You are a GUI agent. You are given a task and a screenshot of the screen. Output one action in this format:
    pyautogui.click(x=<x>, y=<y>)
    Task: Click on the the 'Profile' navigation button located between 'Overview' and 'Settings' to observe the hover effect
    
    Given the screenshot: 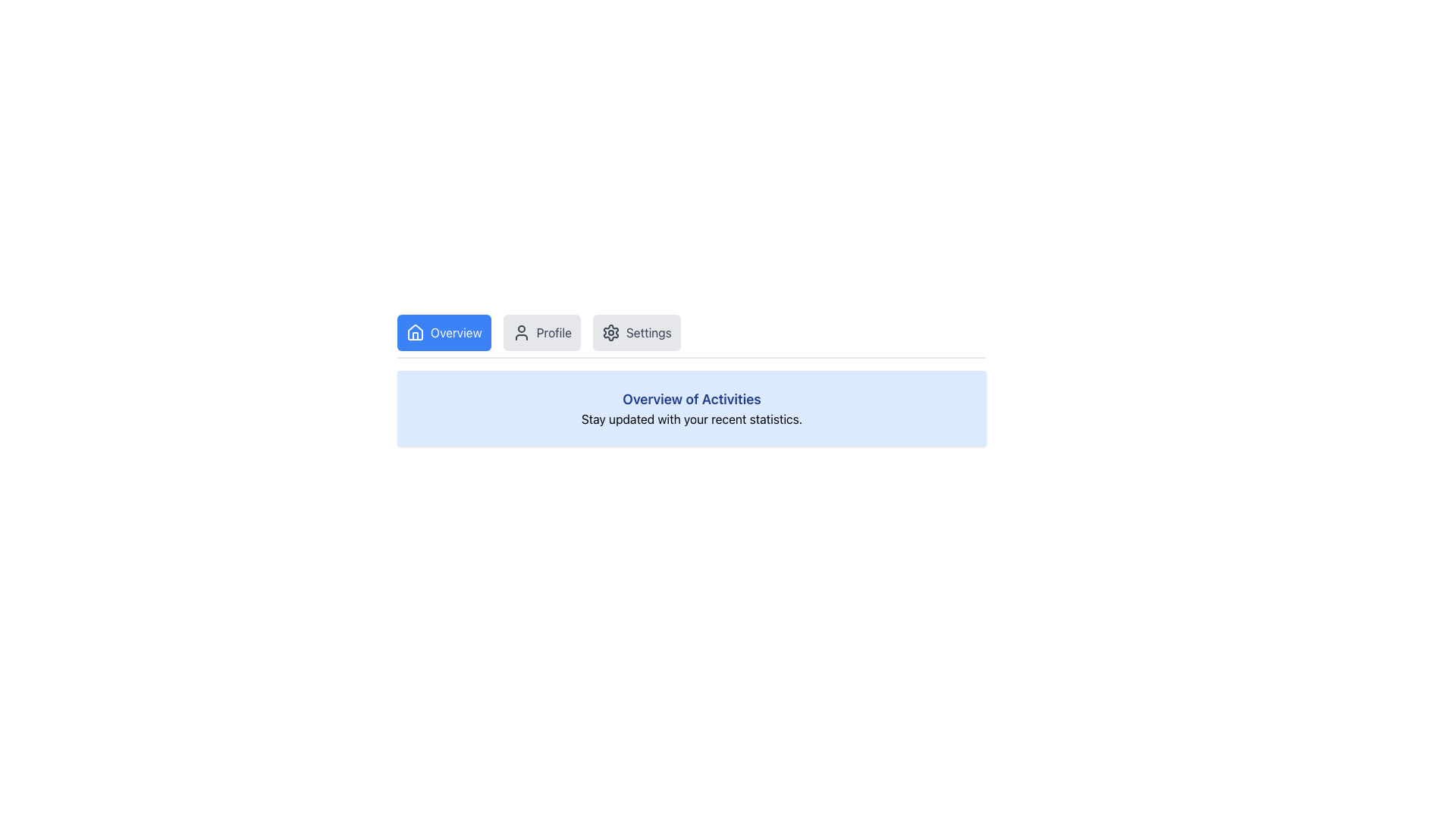 What is the action you would take?
    pyautogui.click(x=541, y=332)
    